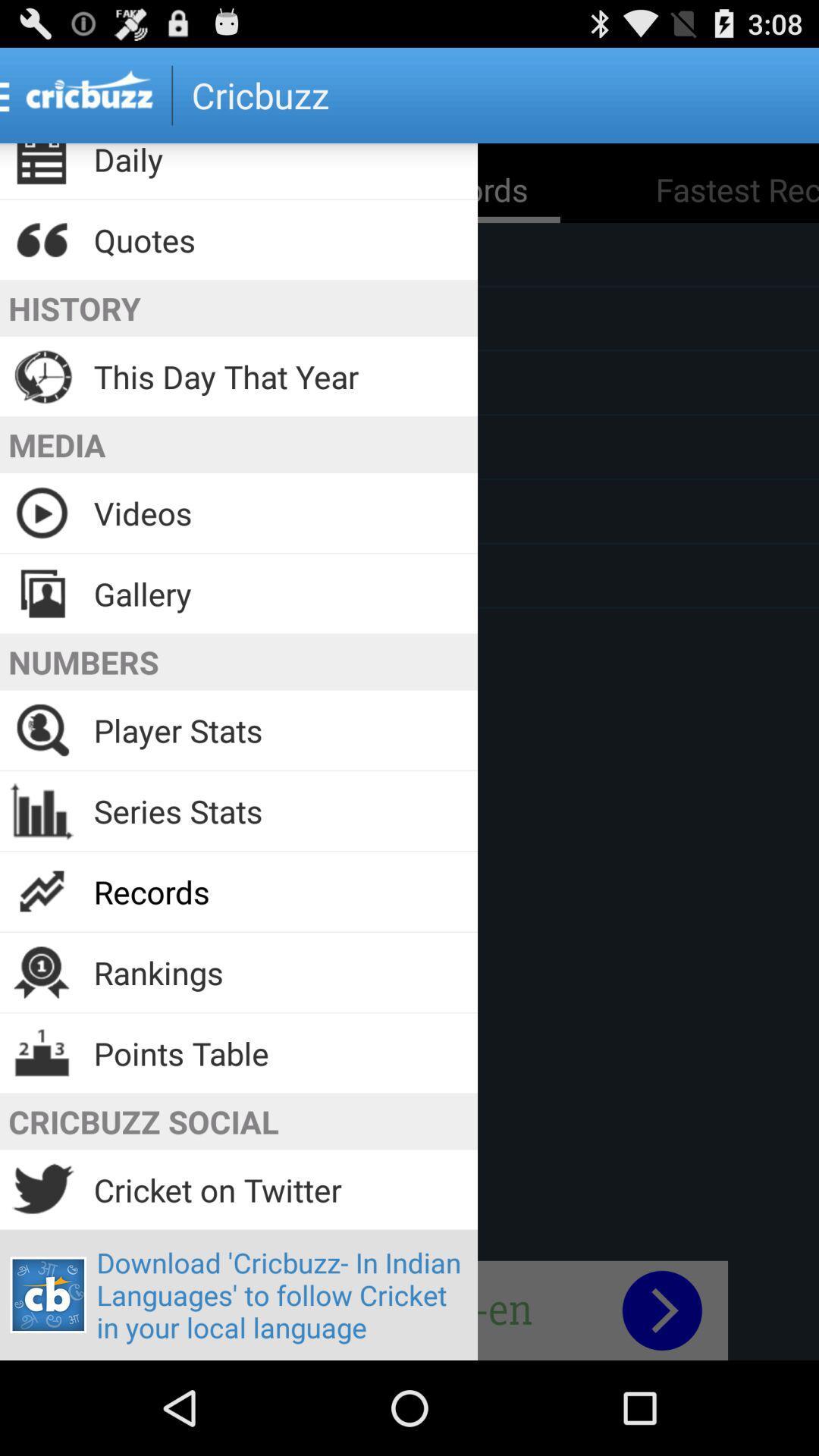 The height and width of the screenshot is (1456, 819). I want to click on the icon which is left to quotes, so click(42, 239).